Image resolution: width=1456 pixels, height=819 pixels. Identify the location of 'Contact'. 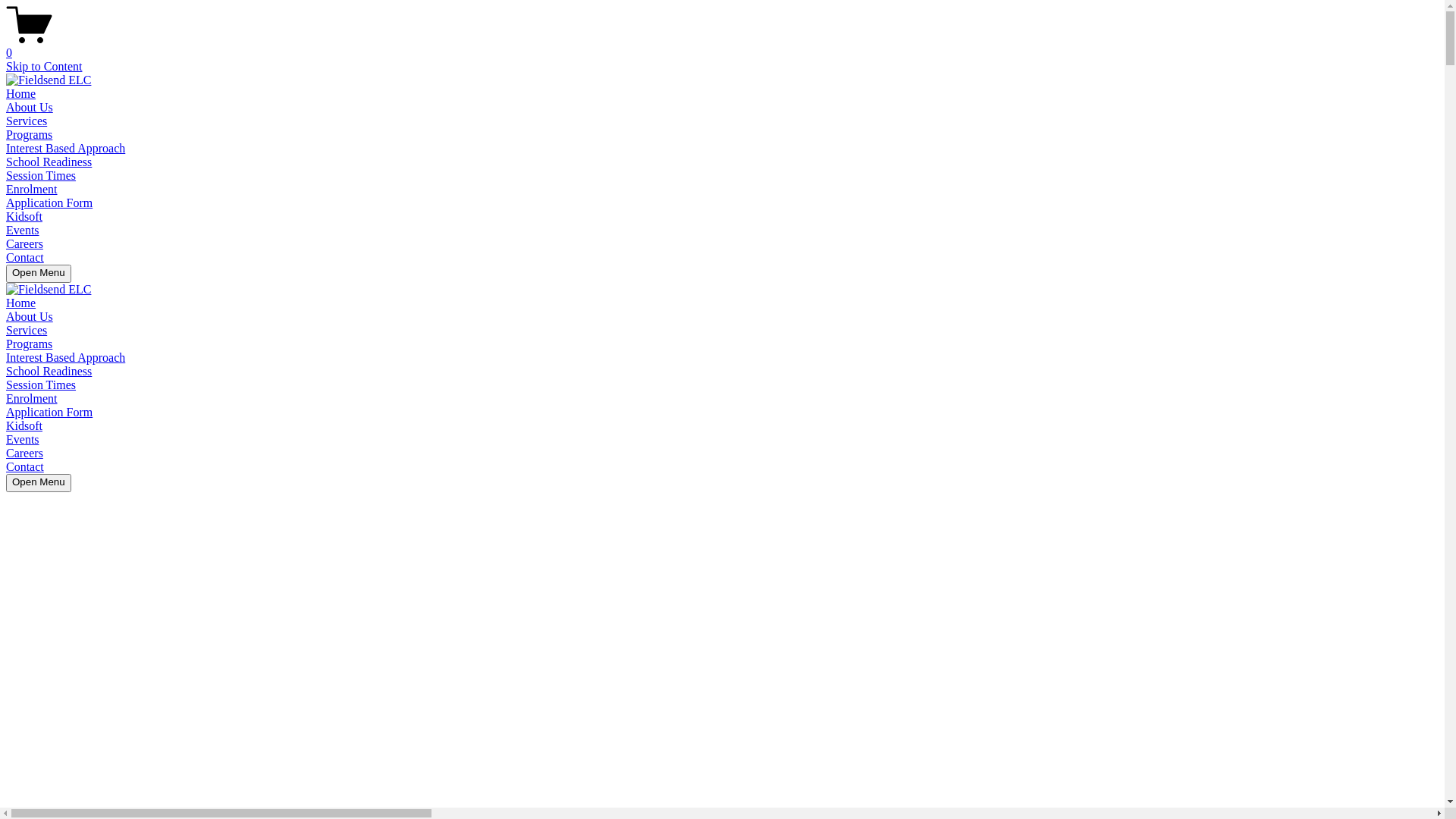
(25, 466).